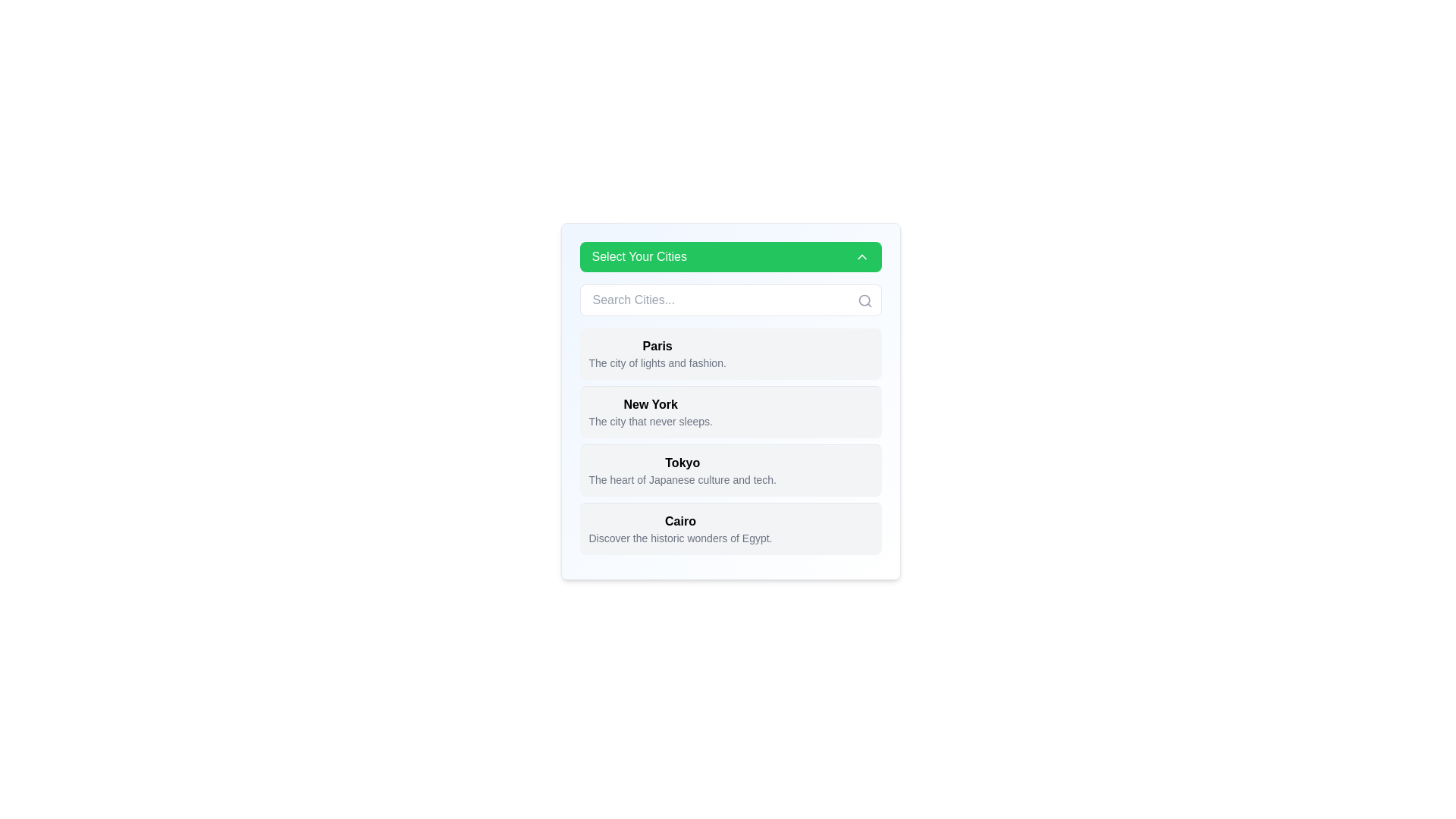 This screenshot has width=1456, height=819. What do you see at coordinates (682, 470) in the screenshot?
I see `the text block displaying 'Tokyo', which is the third item in a vertical list of cities` at bounding box center [682, 470].